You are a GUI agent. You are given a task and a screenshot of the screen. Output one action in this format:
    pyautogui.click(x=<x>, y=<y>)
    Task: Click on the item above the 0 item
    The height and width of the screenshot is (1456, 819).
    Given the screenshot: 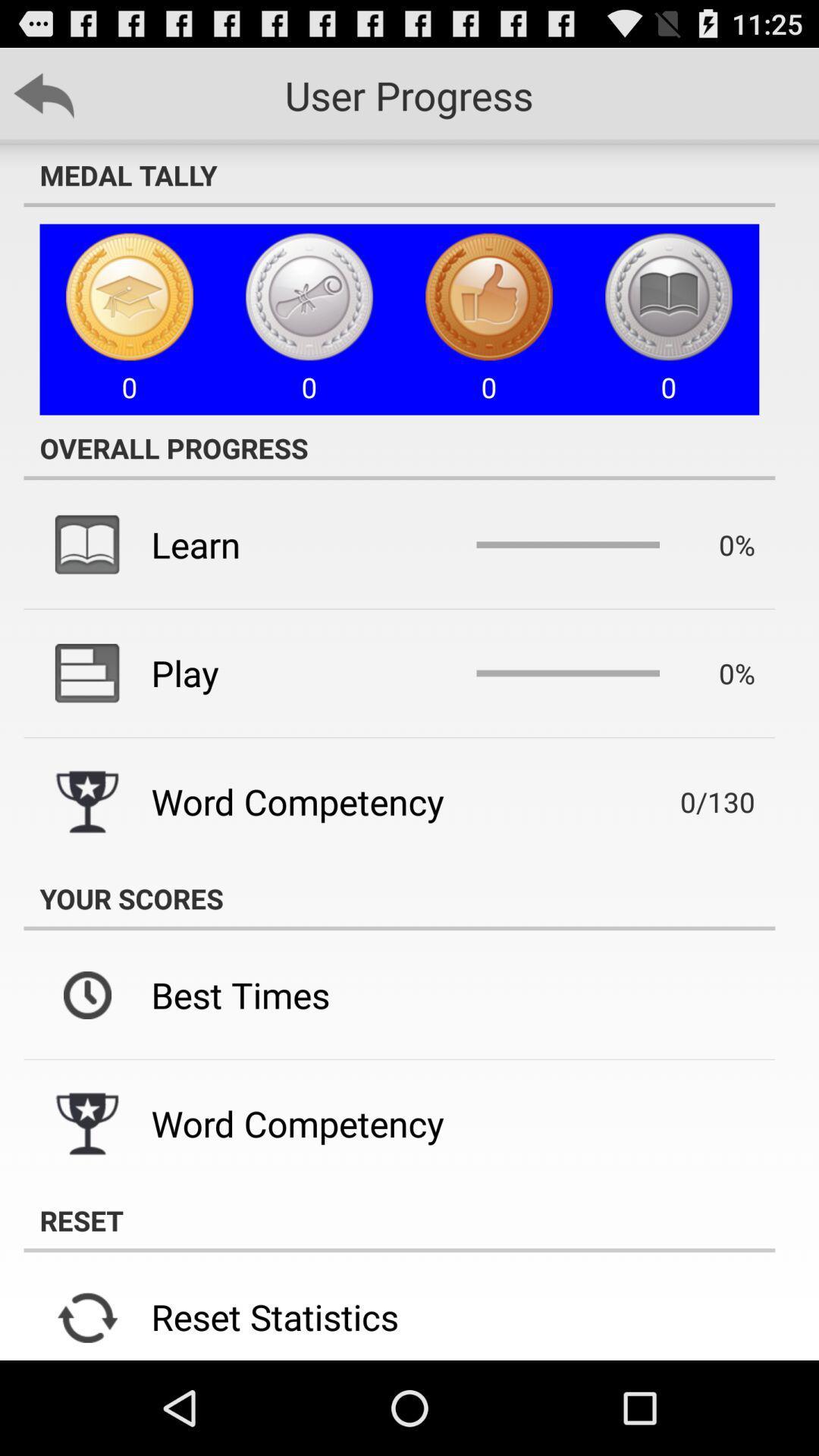 What is the action you would take?
    pyautogui.click(x=398, y=174)
    